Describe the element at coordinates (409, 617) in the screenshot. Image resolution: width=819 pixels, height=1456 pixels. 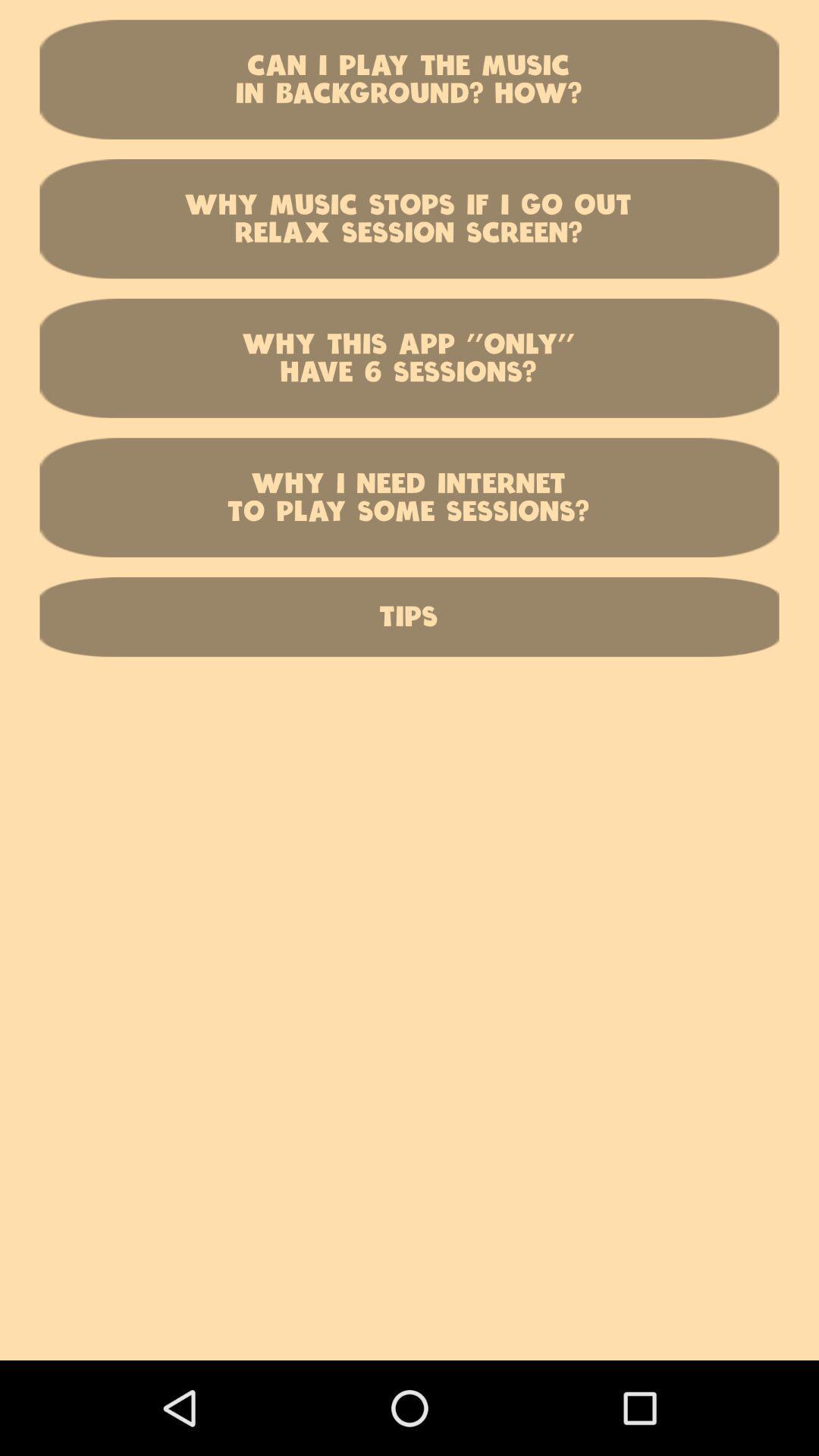
I see `the item below the why i need icon` at that location.